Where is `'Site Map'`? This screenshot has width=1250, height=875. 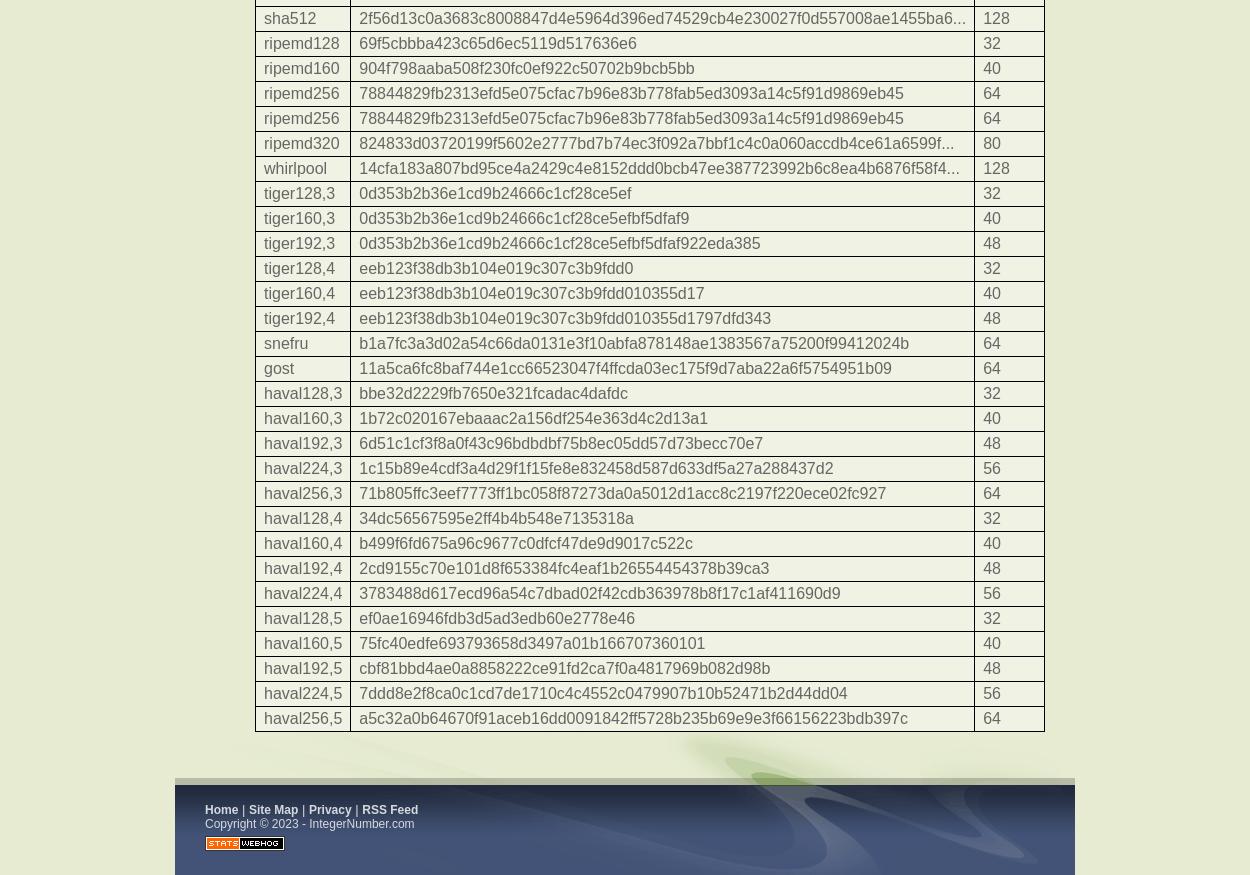
'Site Map' is located at coordinates (273, 808).